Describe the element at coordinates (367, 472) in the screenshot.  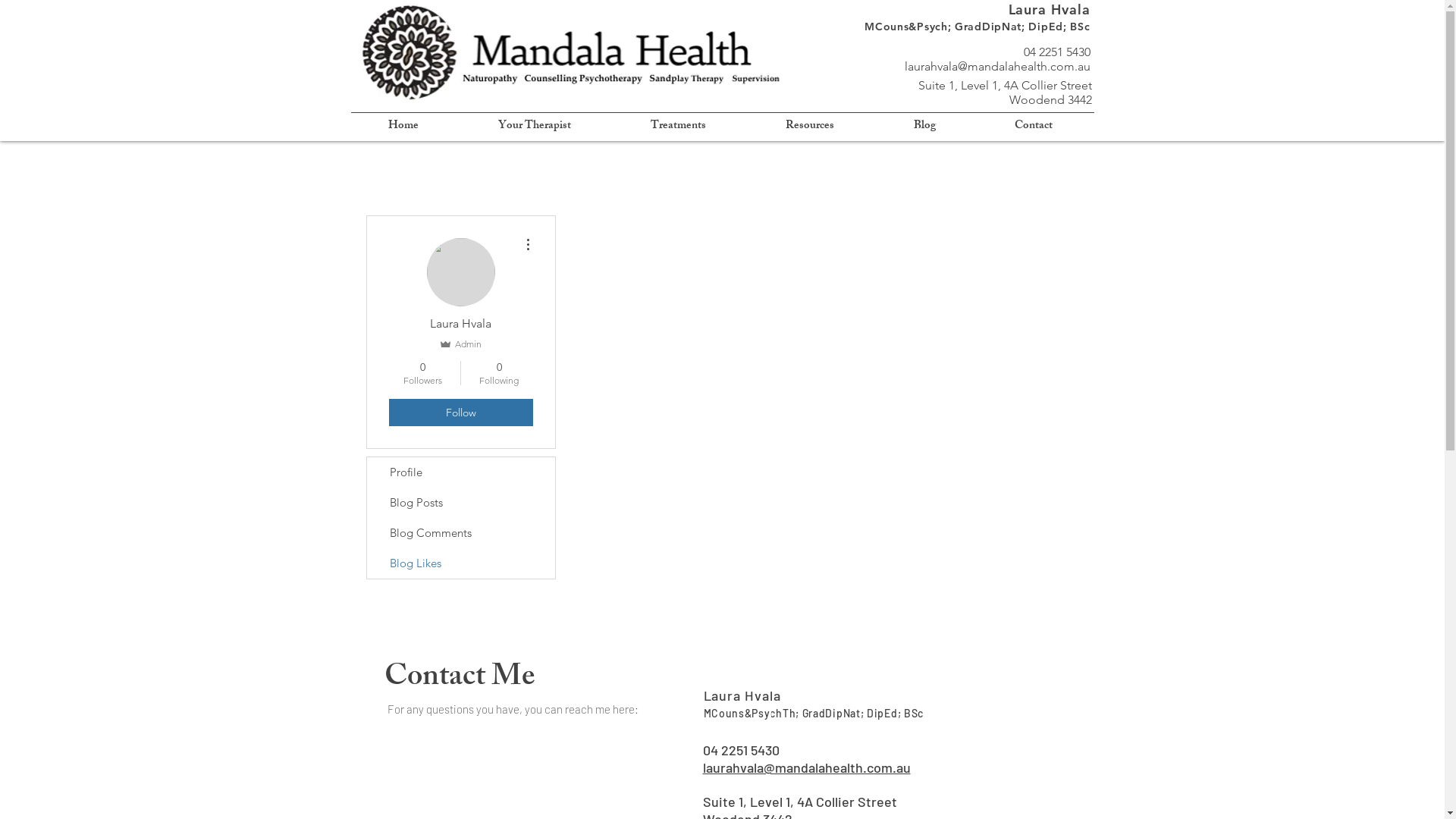
I see `'Profile'` at that location.